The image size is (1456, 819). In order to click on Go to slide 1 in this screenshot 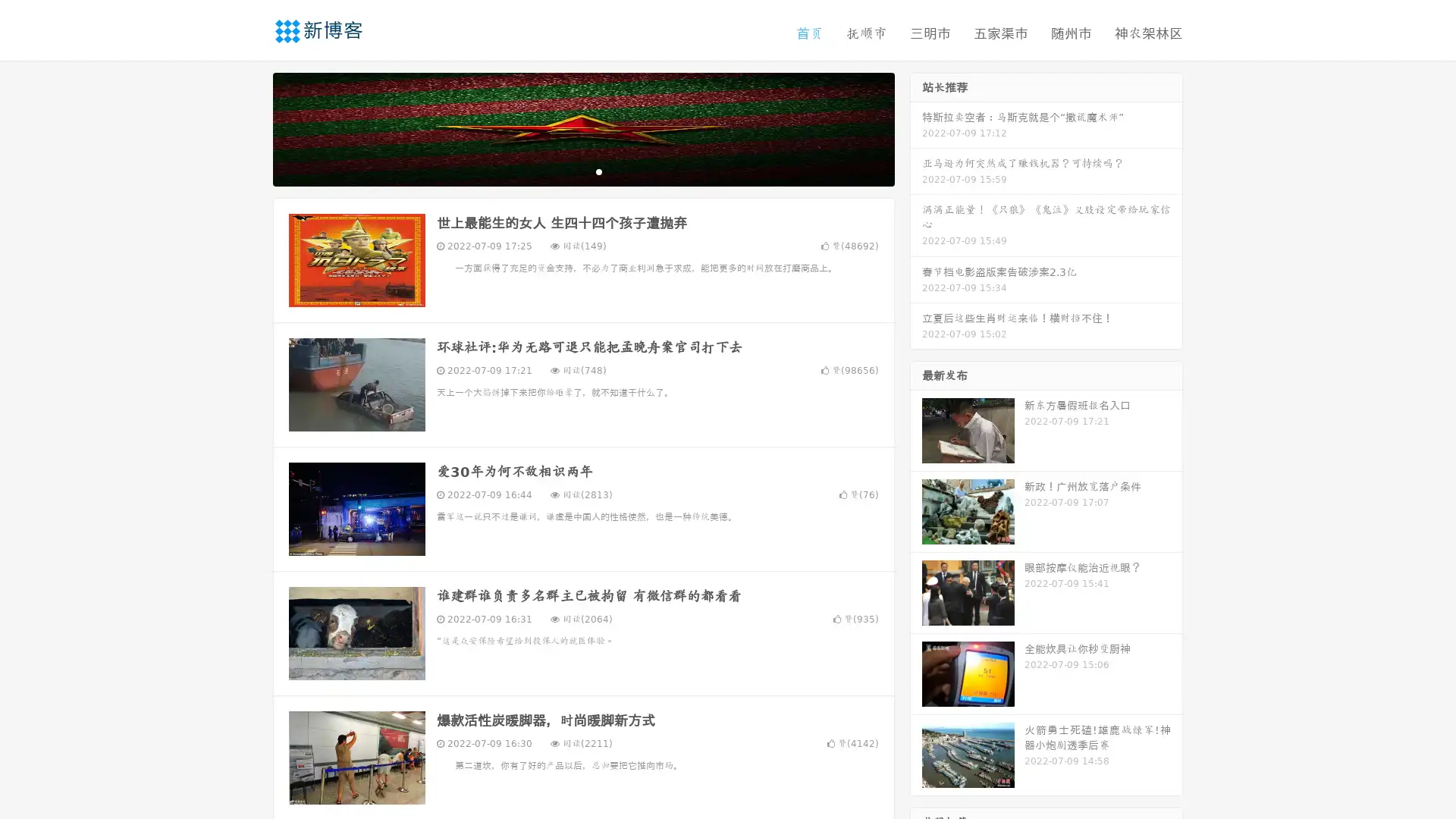, I will do `click(567, 171)`.